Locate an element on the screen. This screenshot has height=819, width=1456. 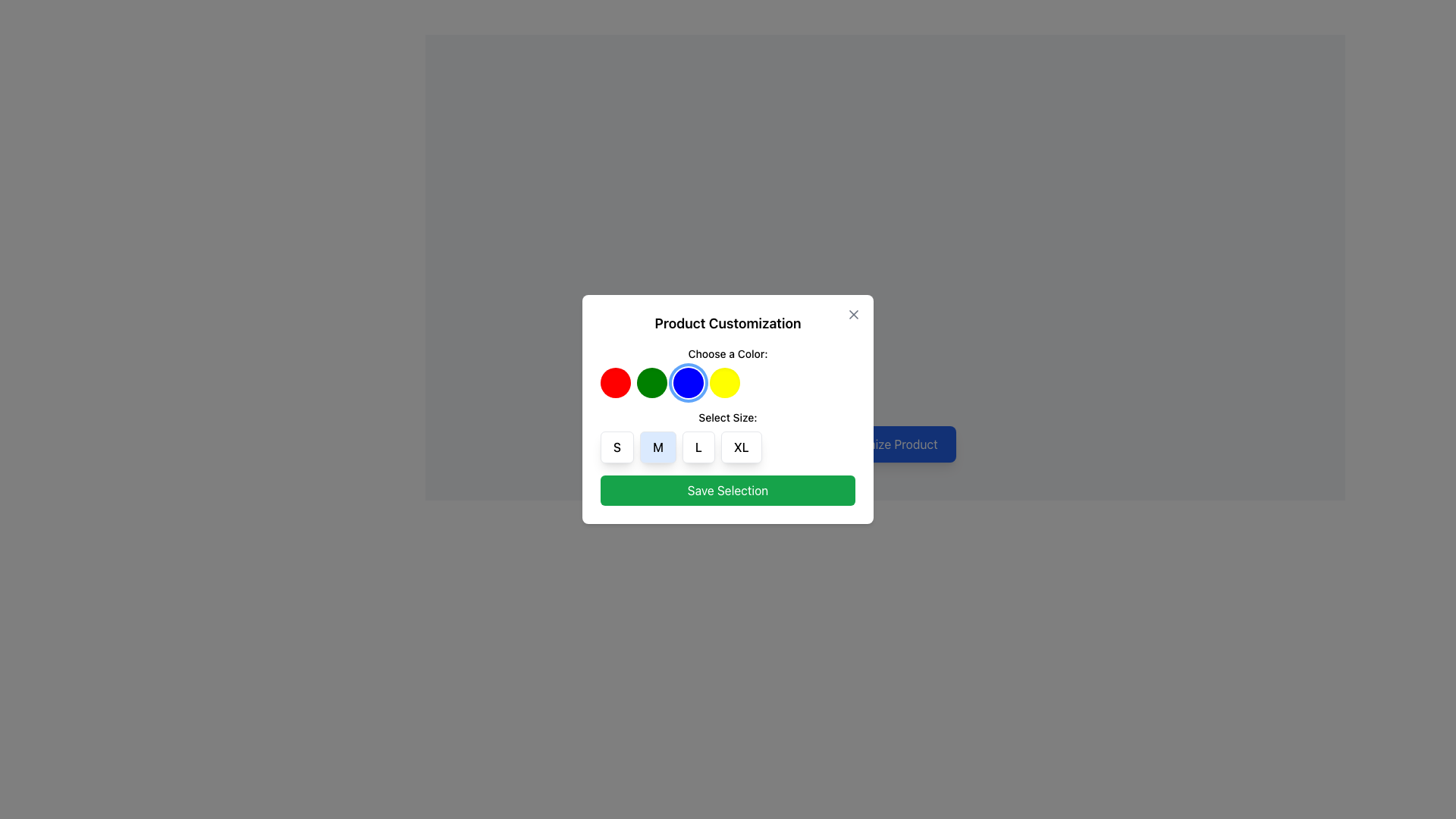
the green circular button located in the second position of a horizontal row of four buttons in a modal is located at coordinates (651, 382).